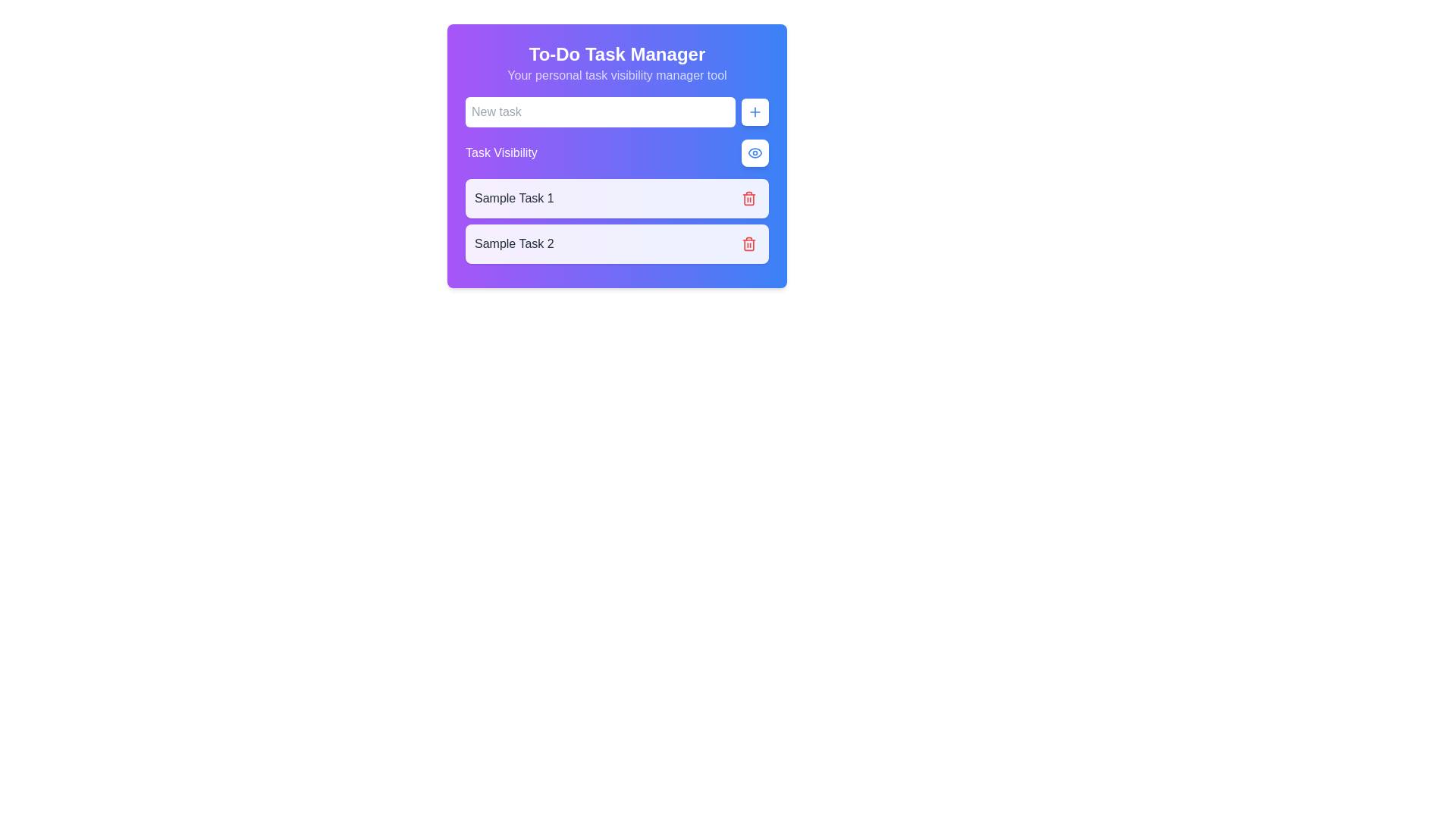  I want to click on the red trashcan-shaped icon button located to the far right of the entry labeled 'Sample Task 1', so click(749, 198).